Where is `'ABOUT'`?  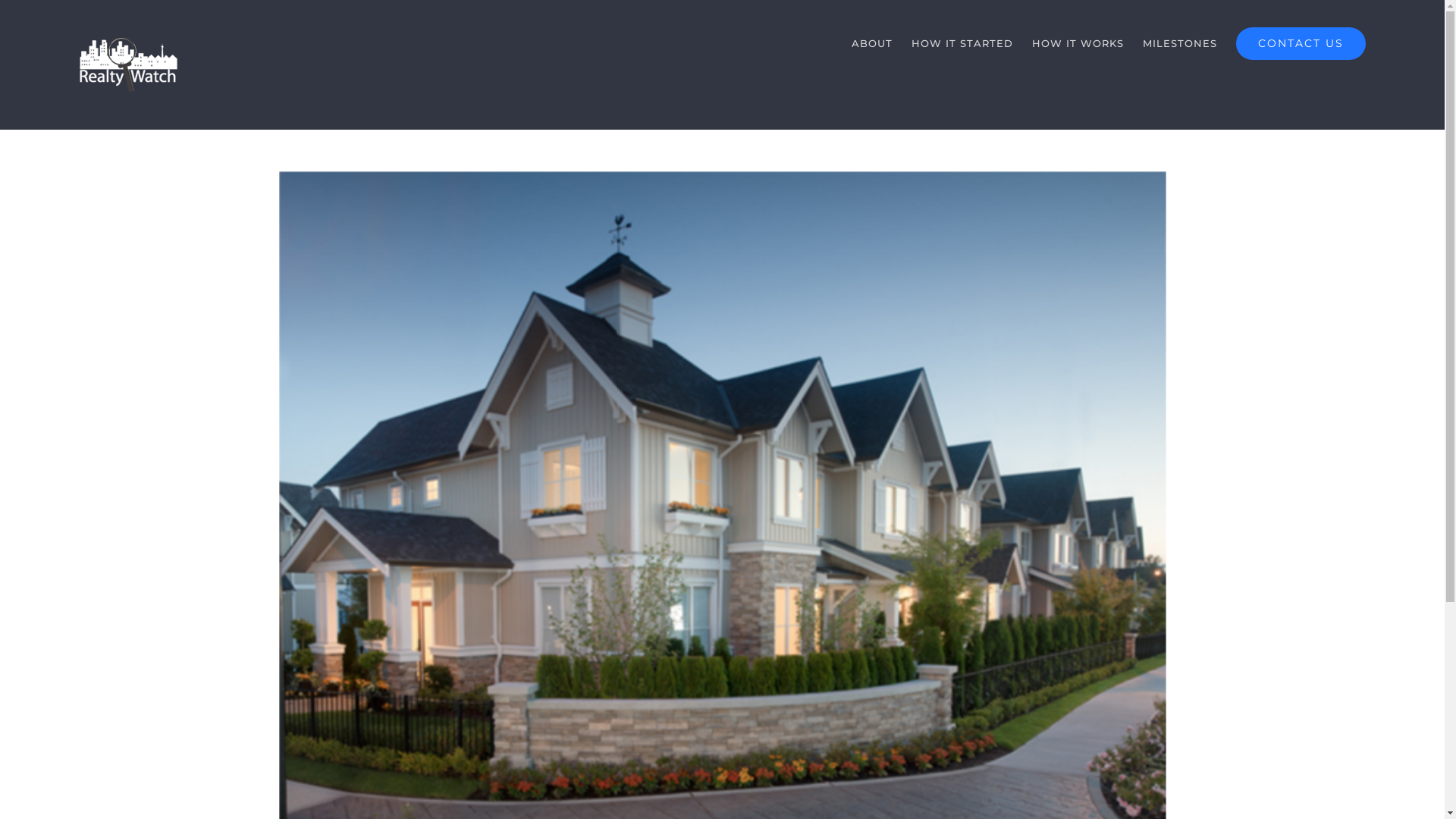 'ABOUT' is located at coordinates (852, 42).